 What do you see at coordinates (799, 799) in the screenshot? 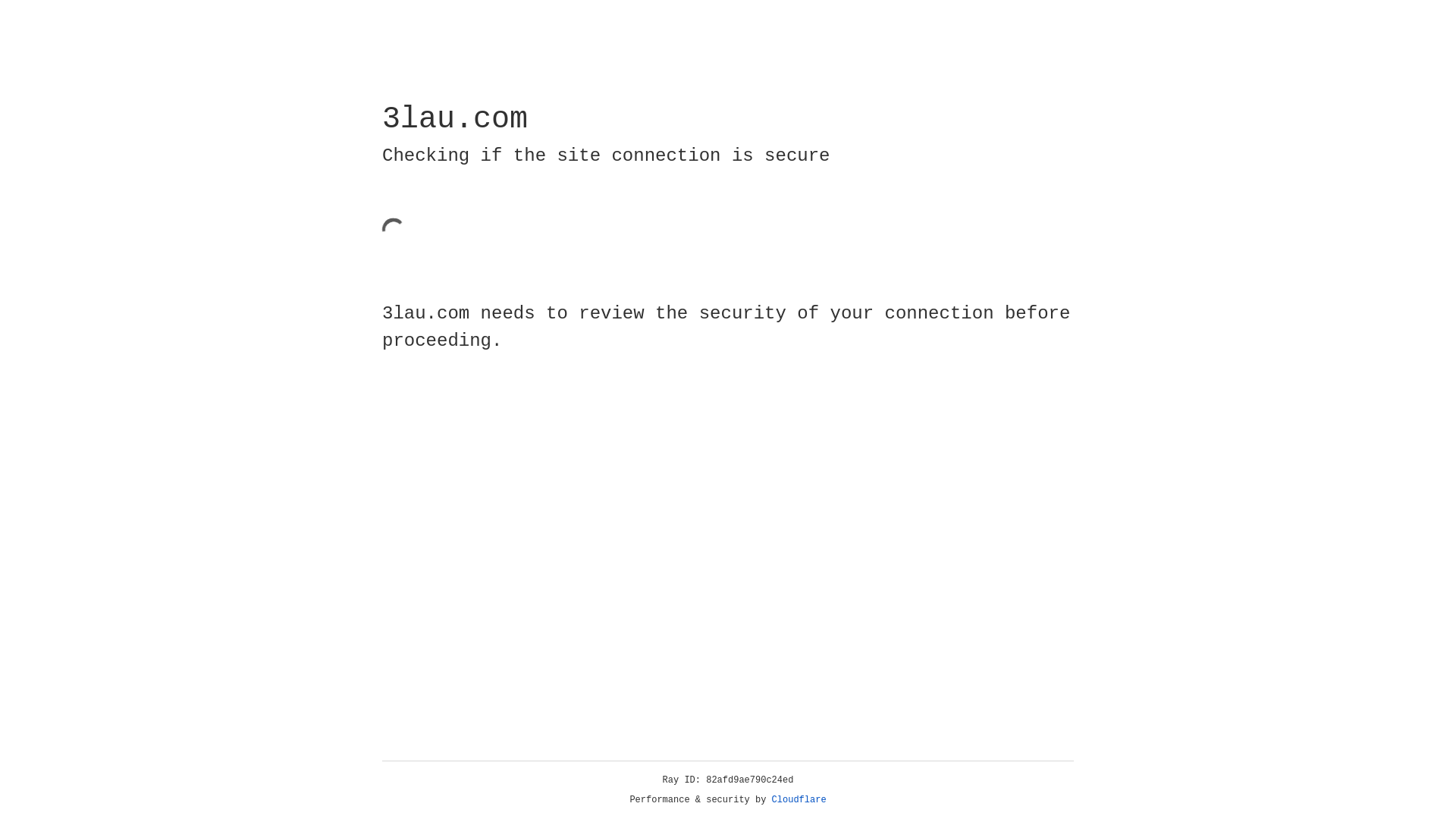
I see `'Cloudflare'` at bounding box center [799, 799].